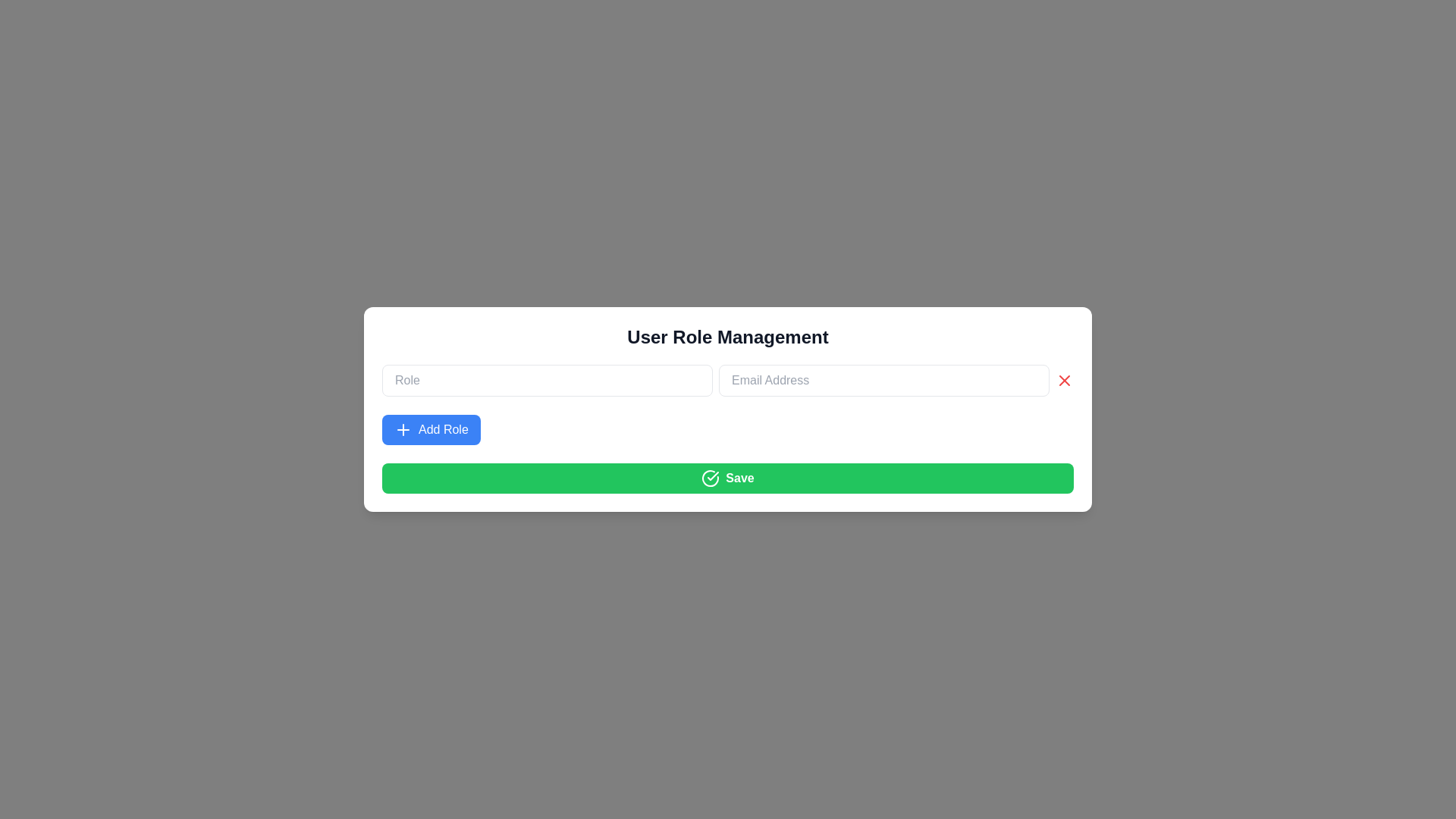  Describe the element at coordinates (1063, 379) in the screenshot. I see `the 'X' icon, which is a cancel or close symbol located at the far right end of the 'Email Address' input field, to clear the input` at that location.